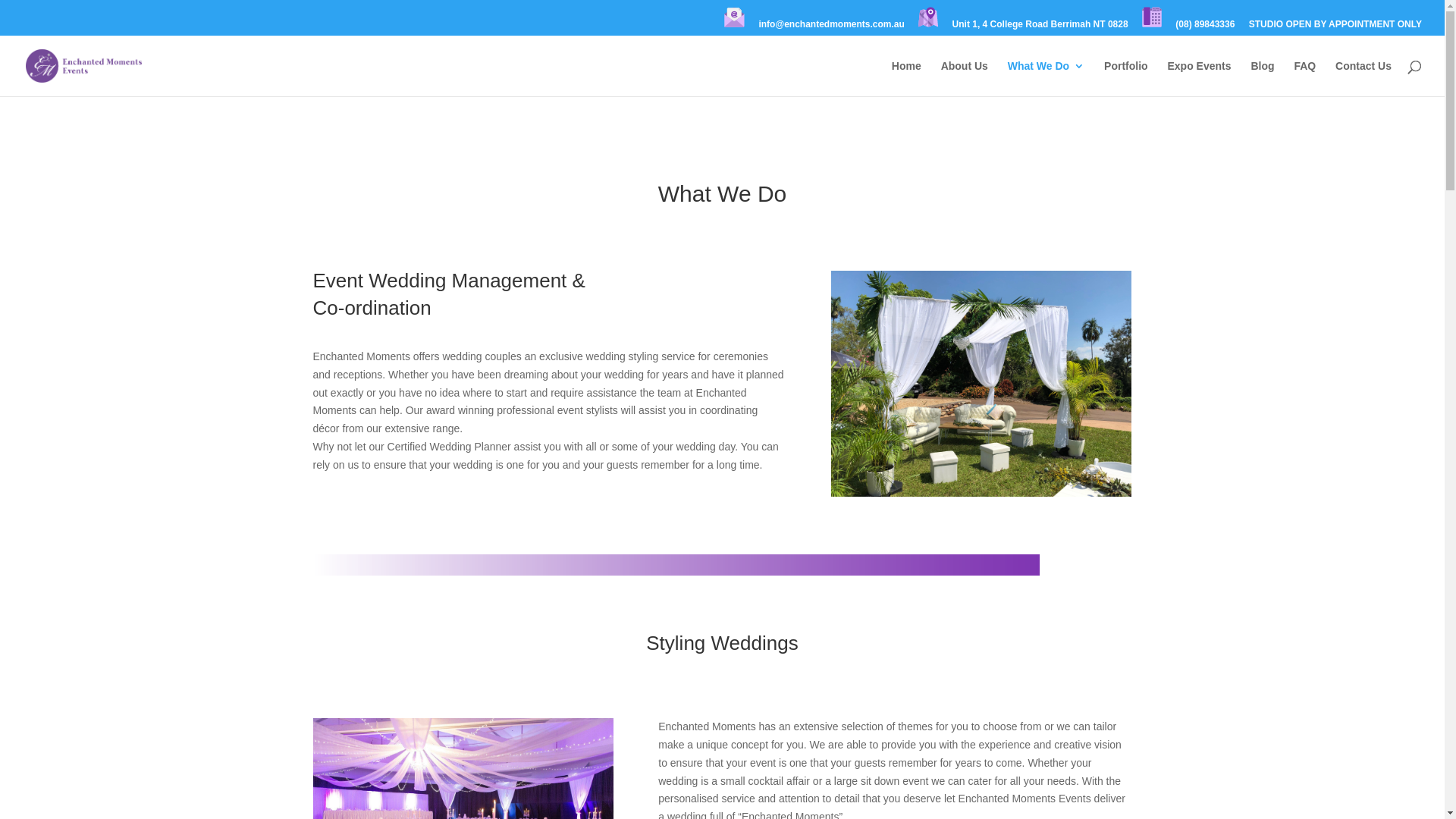 The image size is (1456, 819). What do you see at coordinates (1040, 27) in the screenshot?
I see `'Unit 1, 4 College Road Berrimah NT 0828'` at bounding box center [1040, 27].